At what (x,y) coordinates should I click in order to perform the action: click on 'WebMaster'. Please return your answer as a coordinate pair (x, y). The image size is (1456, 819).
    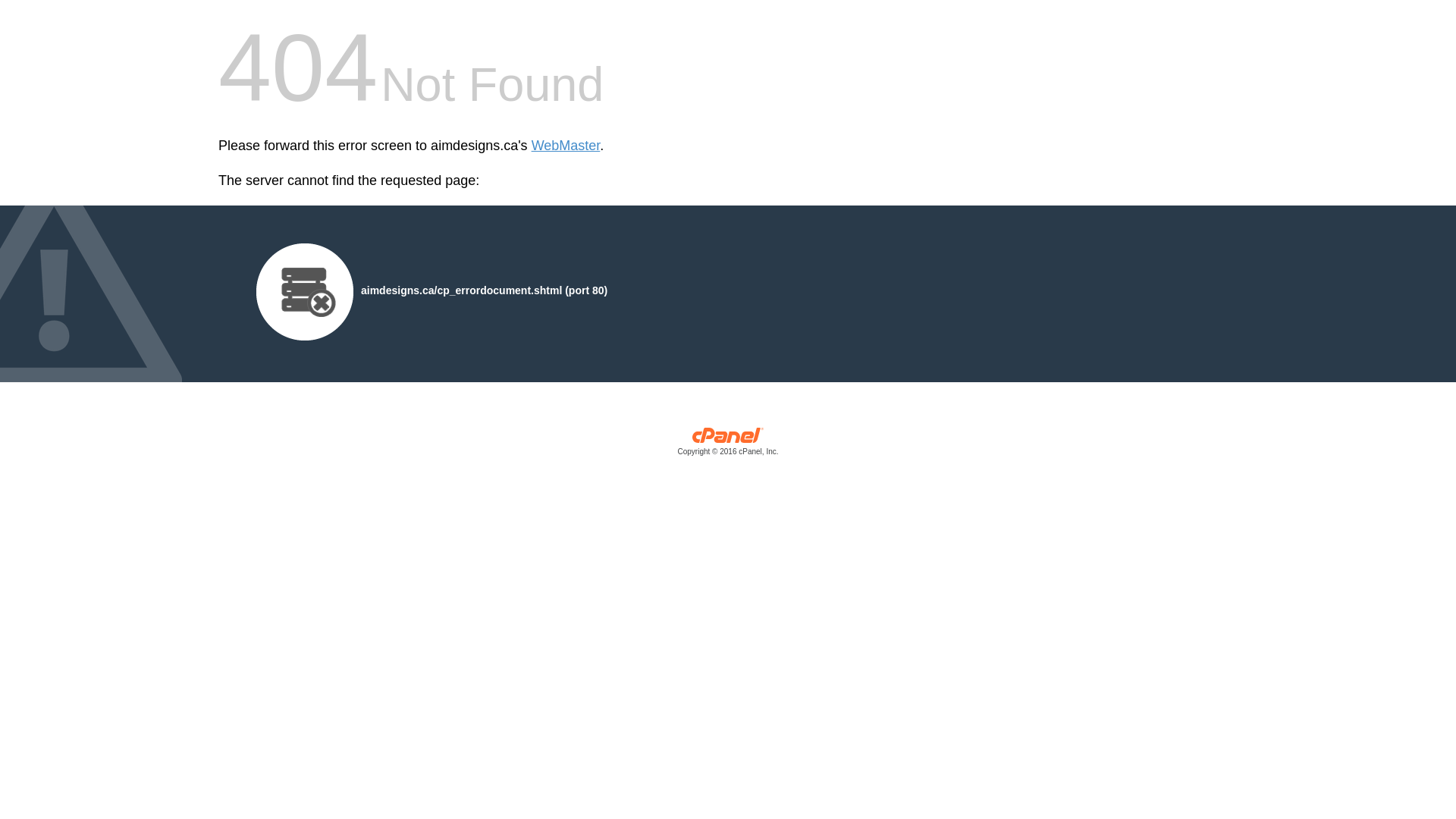
    Looking at the image, I should click on (531, 146).